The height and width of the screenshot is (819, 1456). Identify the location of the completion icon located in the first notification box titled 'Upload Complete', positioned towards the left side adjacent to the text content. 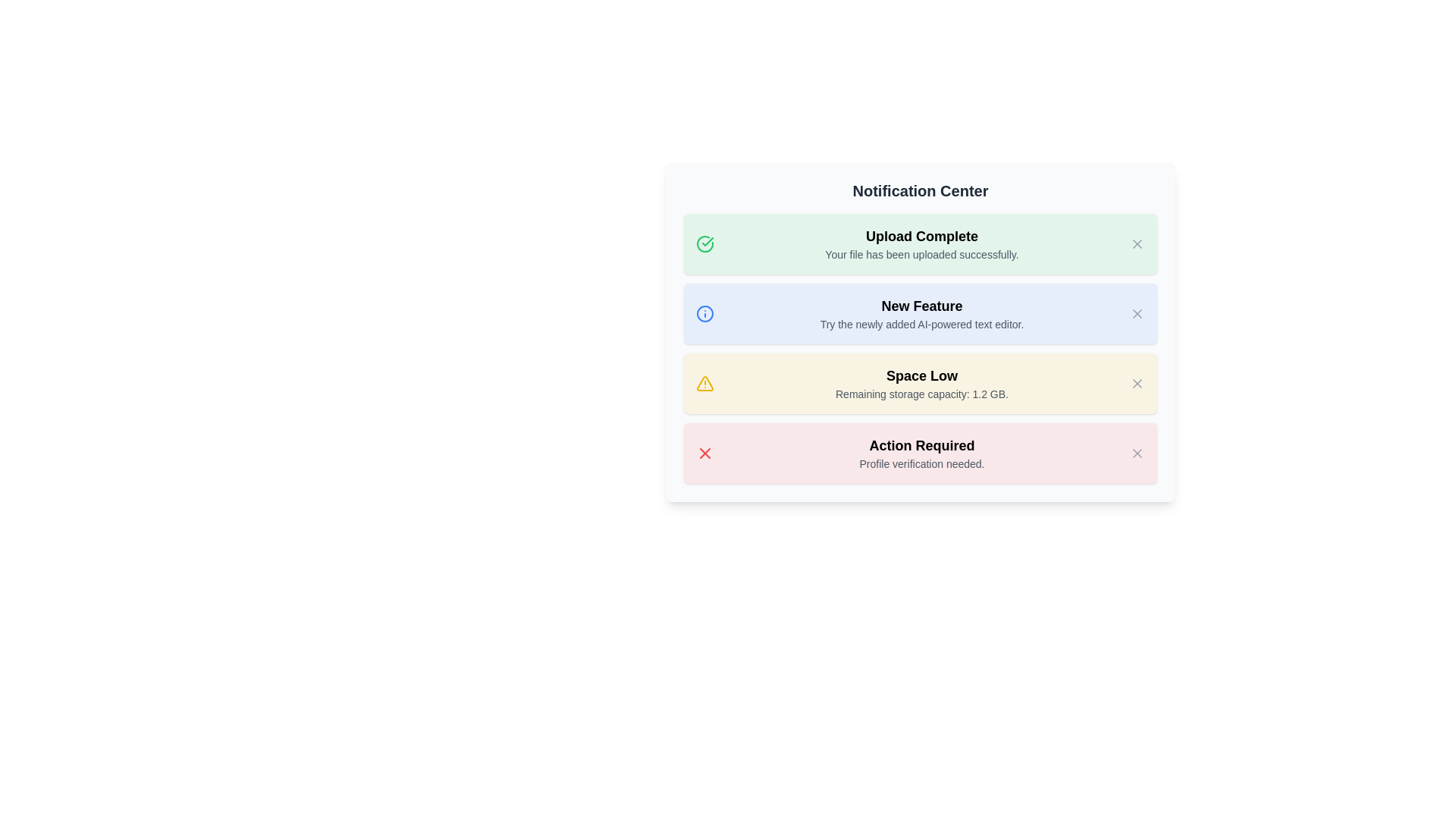
(704, 243).